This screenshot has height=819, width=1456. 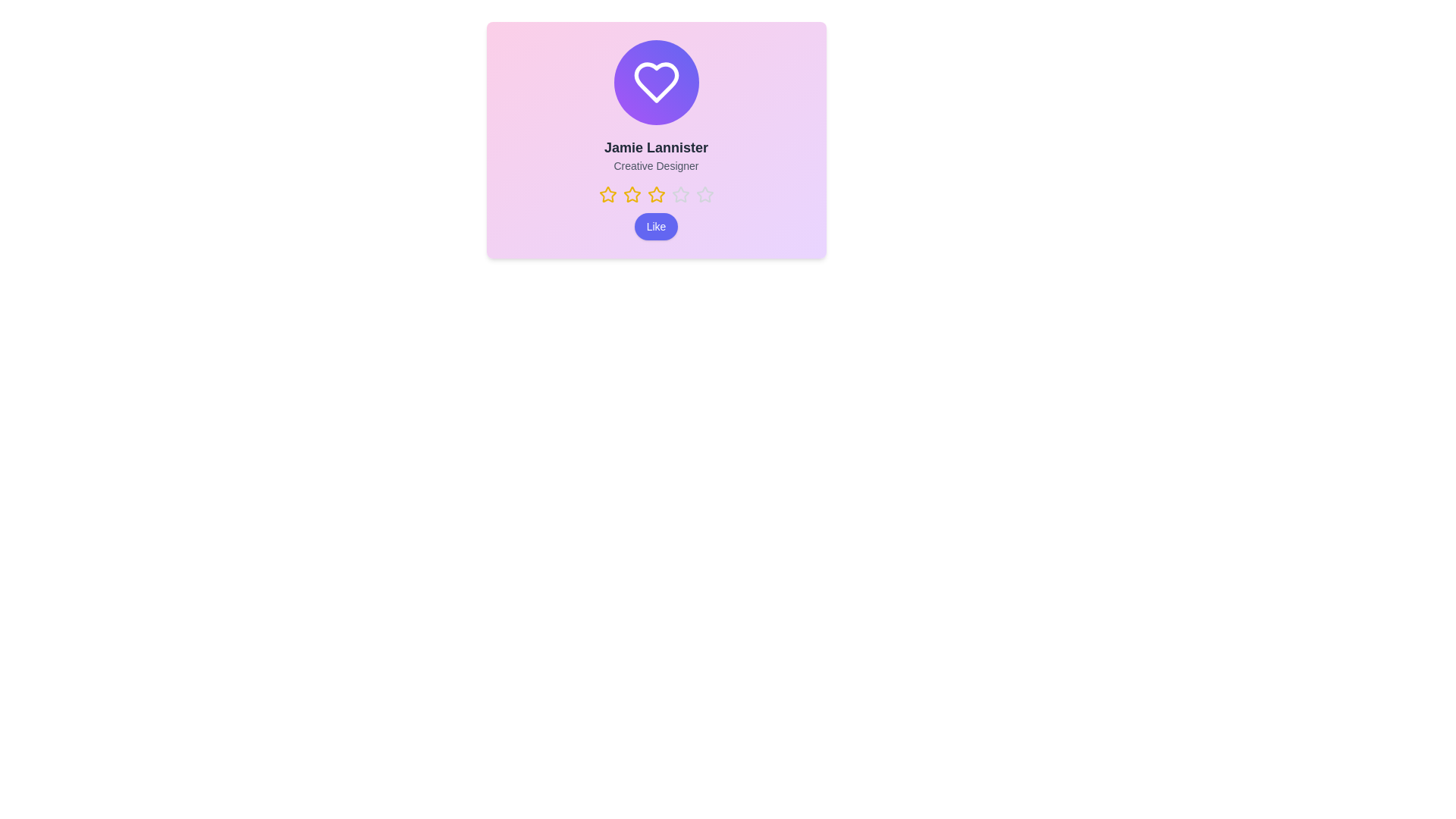 What do you see at coordinates (656, 193) in the screenshot?
I see `the third orange-yellow star in the horizontal row of five stars located below the text 'Creative Designer'` at bounding box center [656, 193].